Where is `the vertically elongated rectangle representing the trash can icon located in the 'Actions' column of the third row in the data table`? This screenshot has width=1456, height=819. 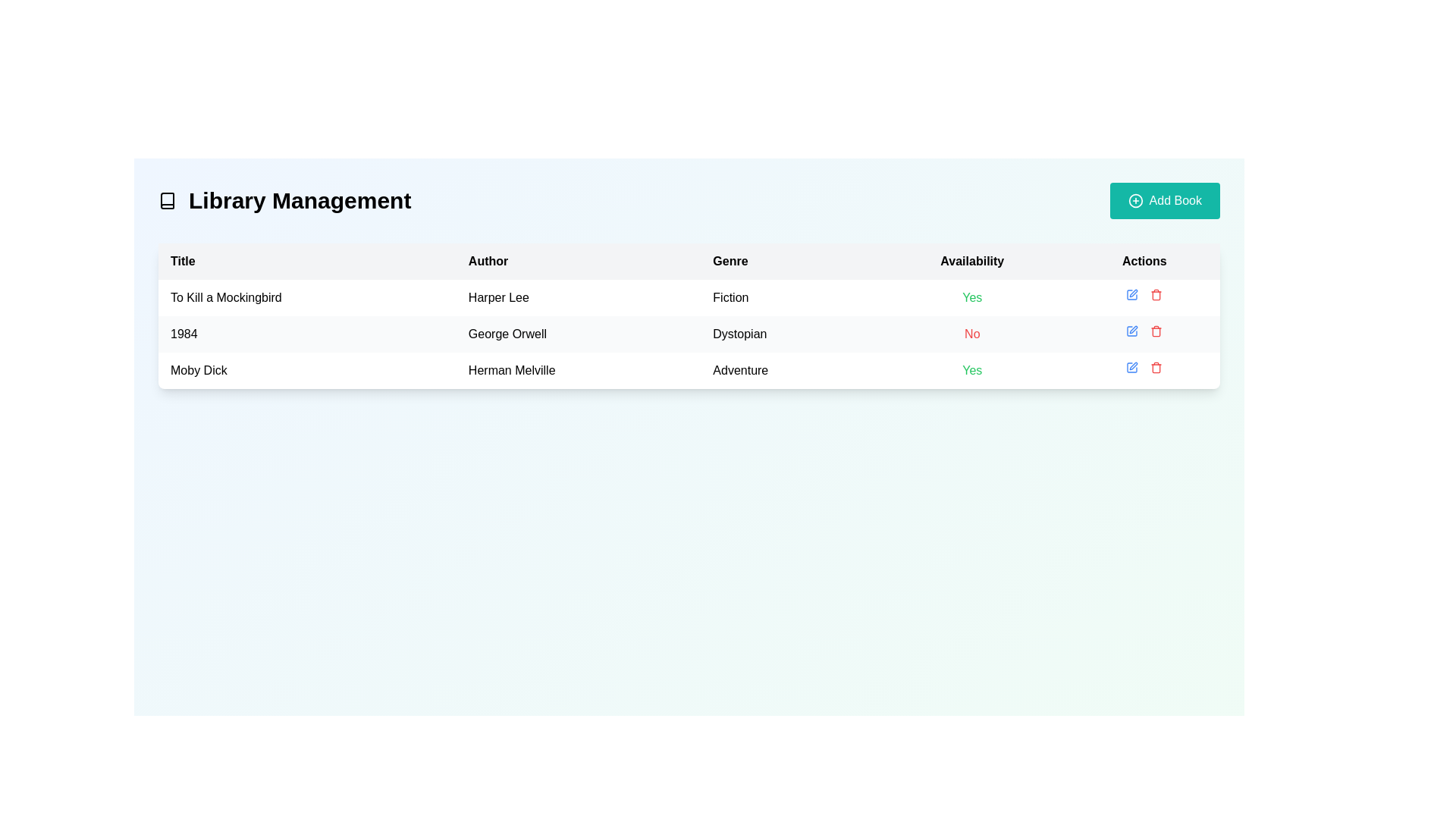 the vertically elongated rectangle representing the trash can icon located in the 'Actions' column of the third row in the data table is located at coordinates (1156, 369).